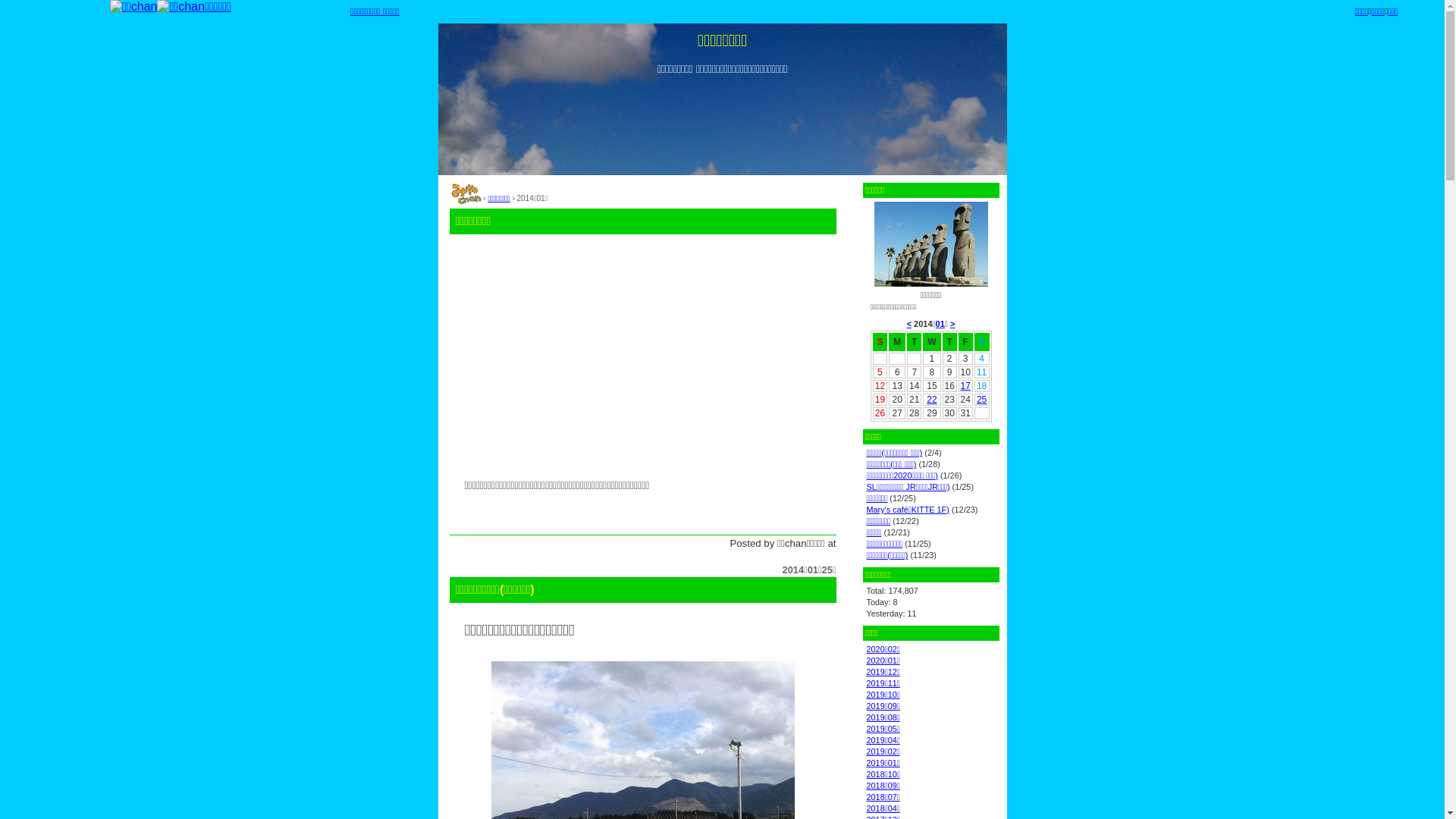 The height and width of the screenshot is (819, 1456). Describe the element at coordinates (952, 323) in the screenshot. I see `'>'` at that location.